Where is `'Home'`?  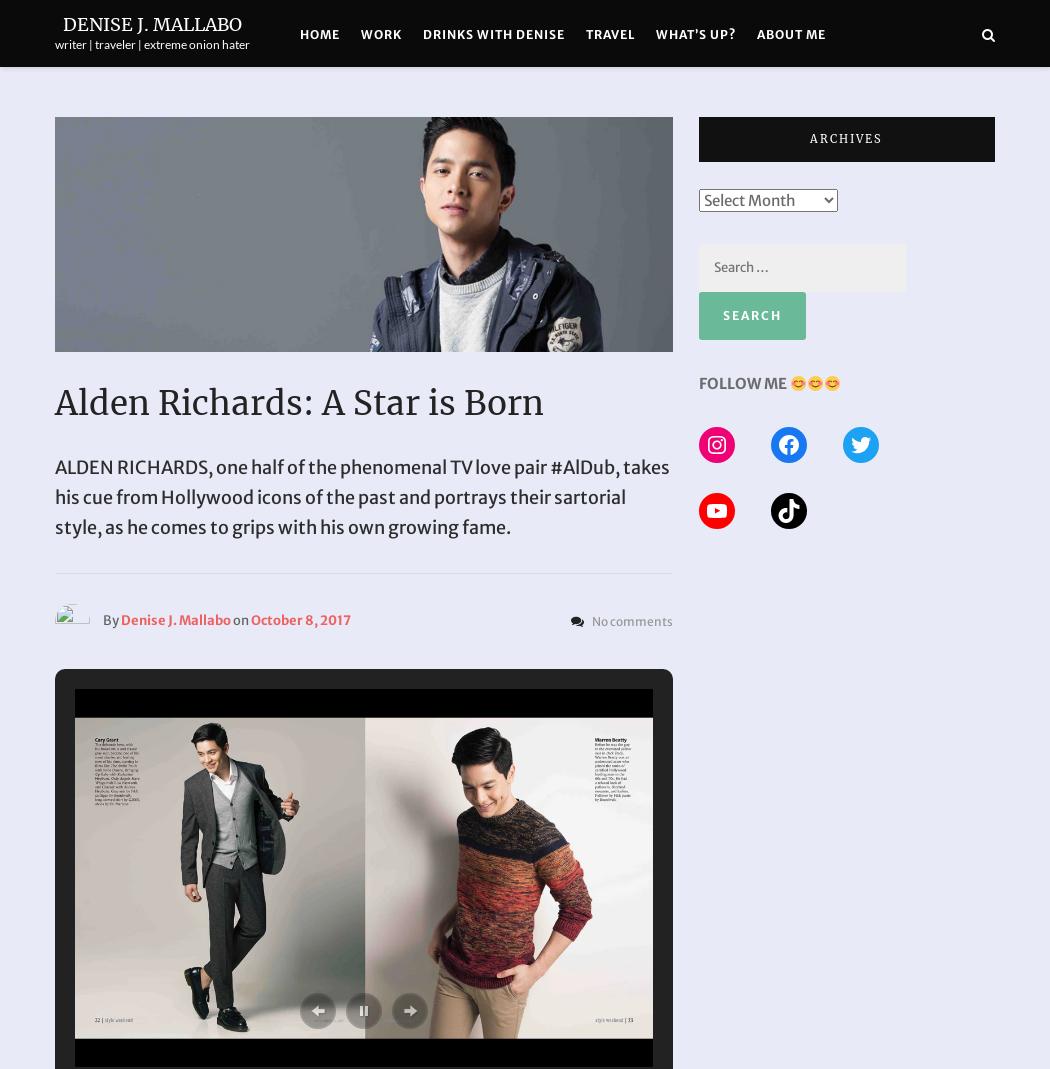 'Home' is located at coordinates (320, 33).